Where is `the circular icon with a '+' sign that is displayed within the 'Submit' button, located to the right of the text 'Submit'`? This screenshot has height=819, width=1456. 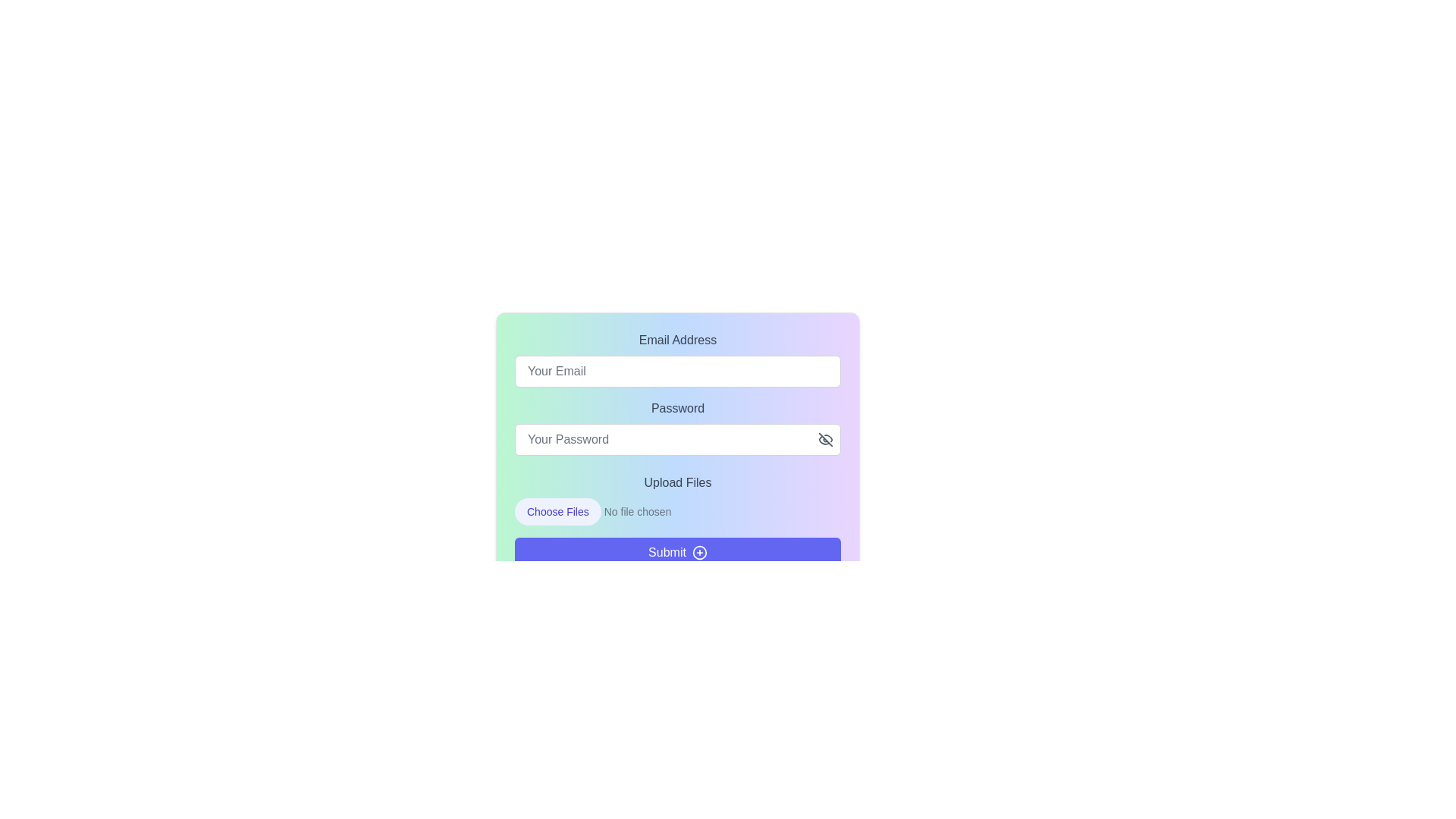 the circular icon with a '+' sign that is displayed within the 'Submit' button, located to the right of the text 'Submit' is located at coordinates (698, 553).